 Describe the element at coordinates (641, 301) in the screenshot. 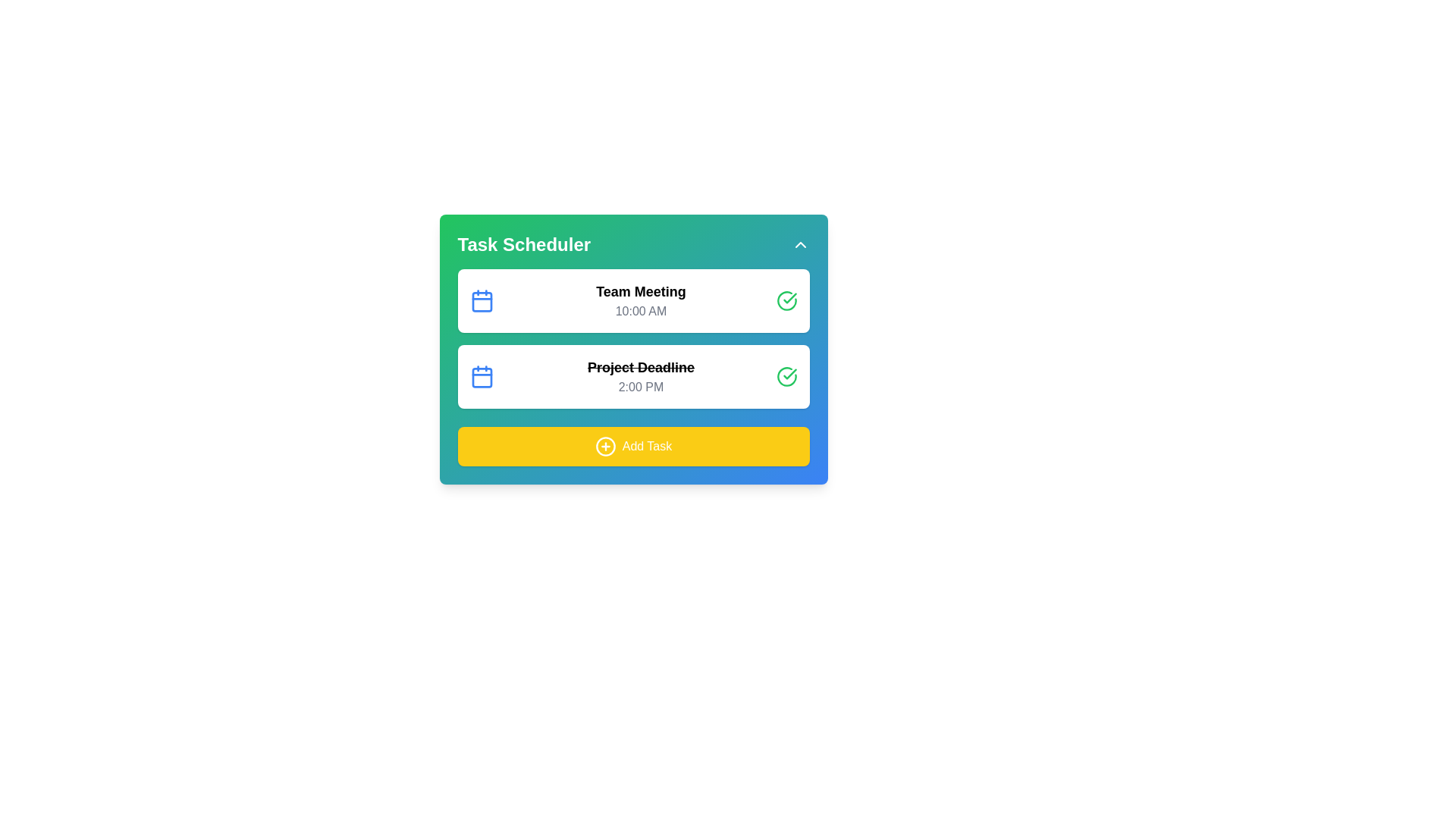

I see `the text element that provides details about the scheduled task, including its title 'Team Meeting' and start time '10:00 AM', which is located within the upper half of the first task card in the 'Task Scheduler' component` at that location.